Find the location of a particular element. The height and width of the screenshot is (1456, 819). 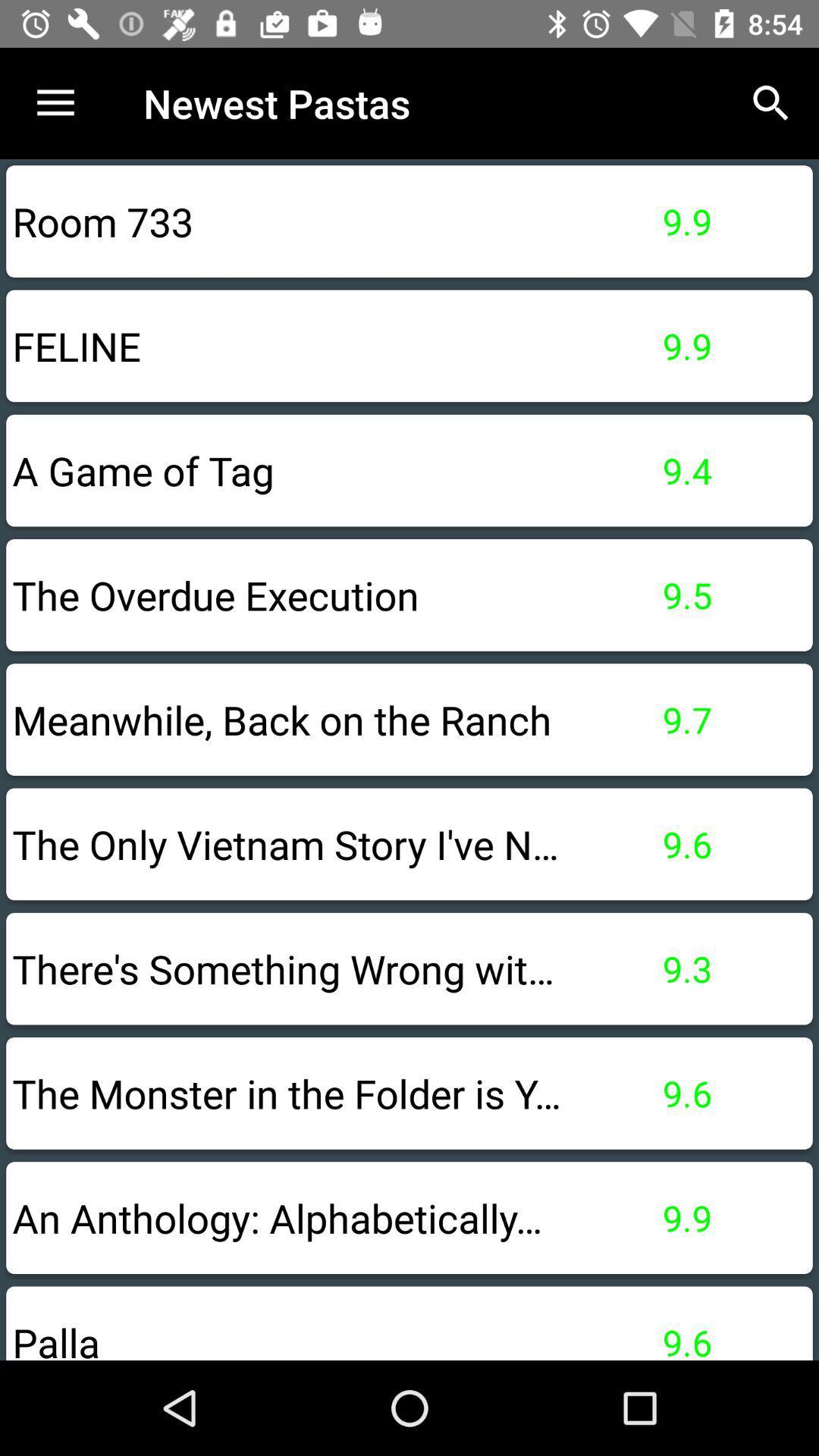

the item to the right of newest pastas item is located at coordinates (771, 102).